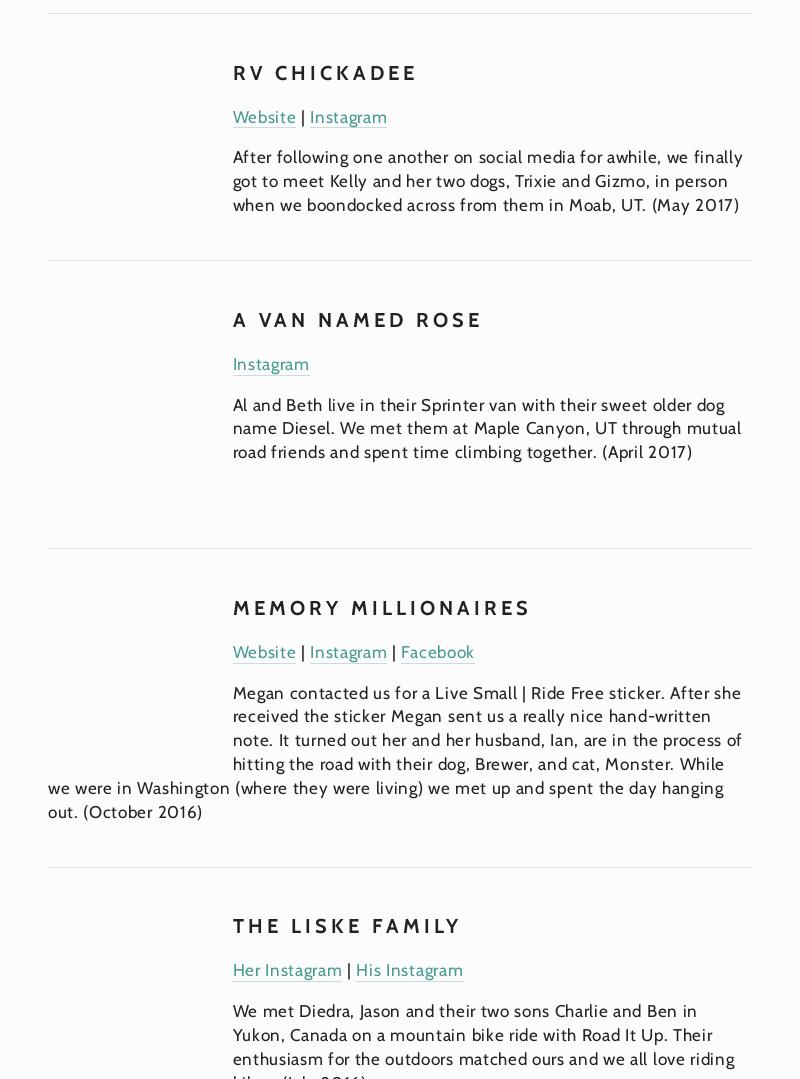  Describe the element at coordinates (436, 649) in the screenshot. I see `'Facebook'` at that location.